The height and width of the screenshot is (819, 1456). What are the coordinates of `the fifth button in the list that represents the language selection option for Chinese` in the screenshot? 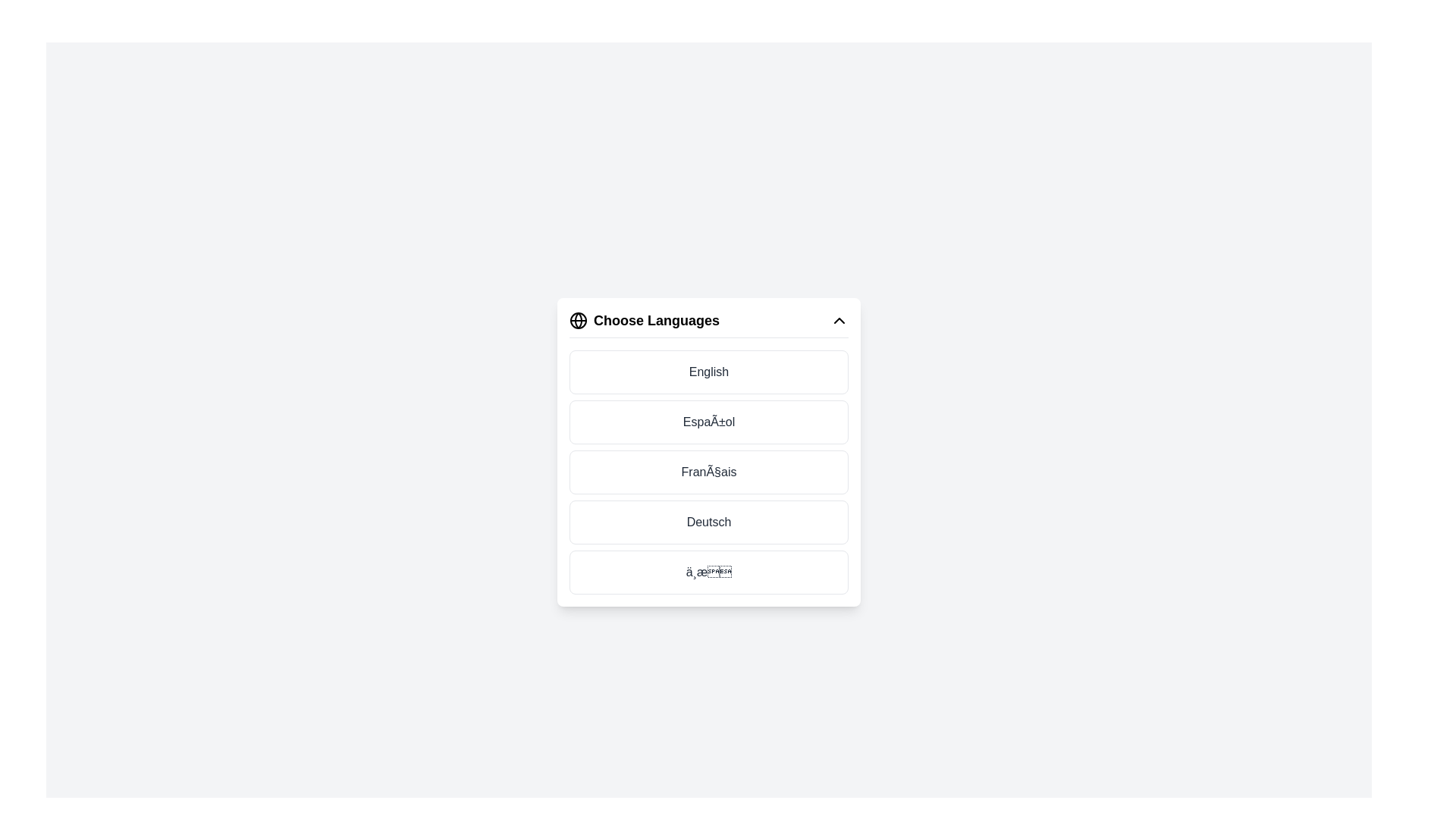 It's located at (708, 571).